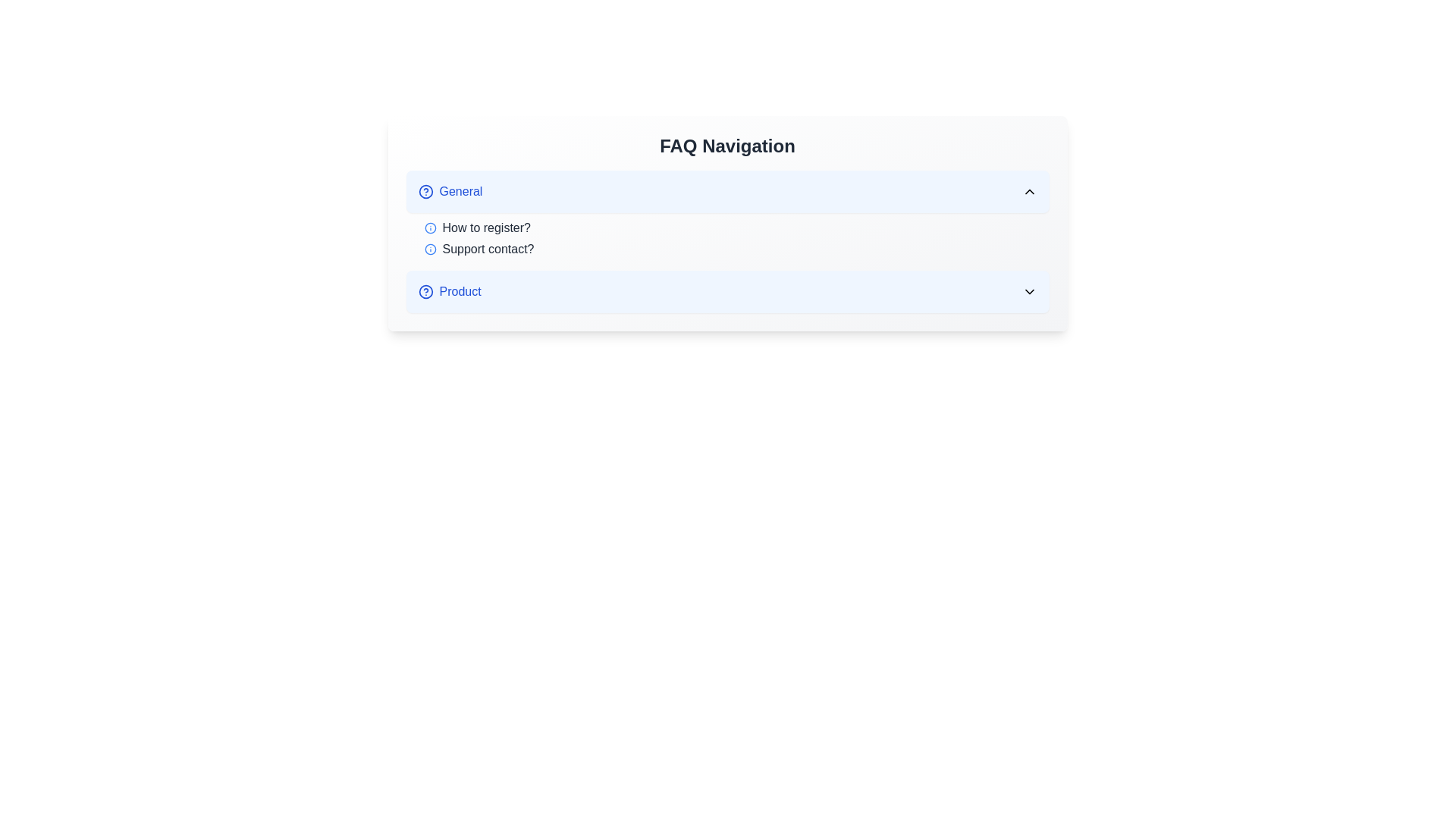 This screenshot has width=1456, height=819. Describe the element at coordinates (425, 292) in the screenshot. I see `the circular icon element that is part of the question mark symbol in the 'Product' section of the FAQ navigation panel` at that location.